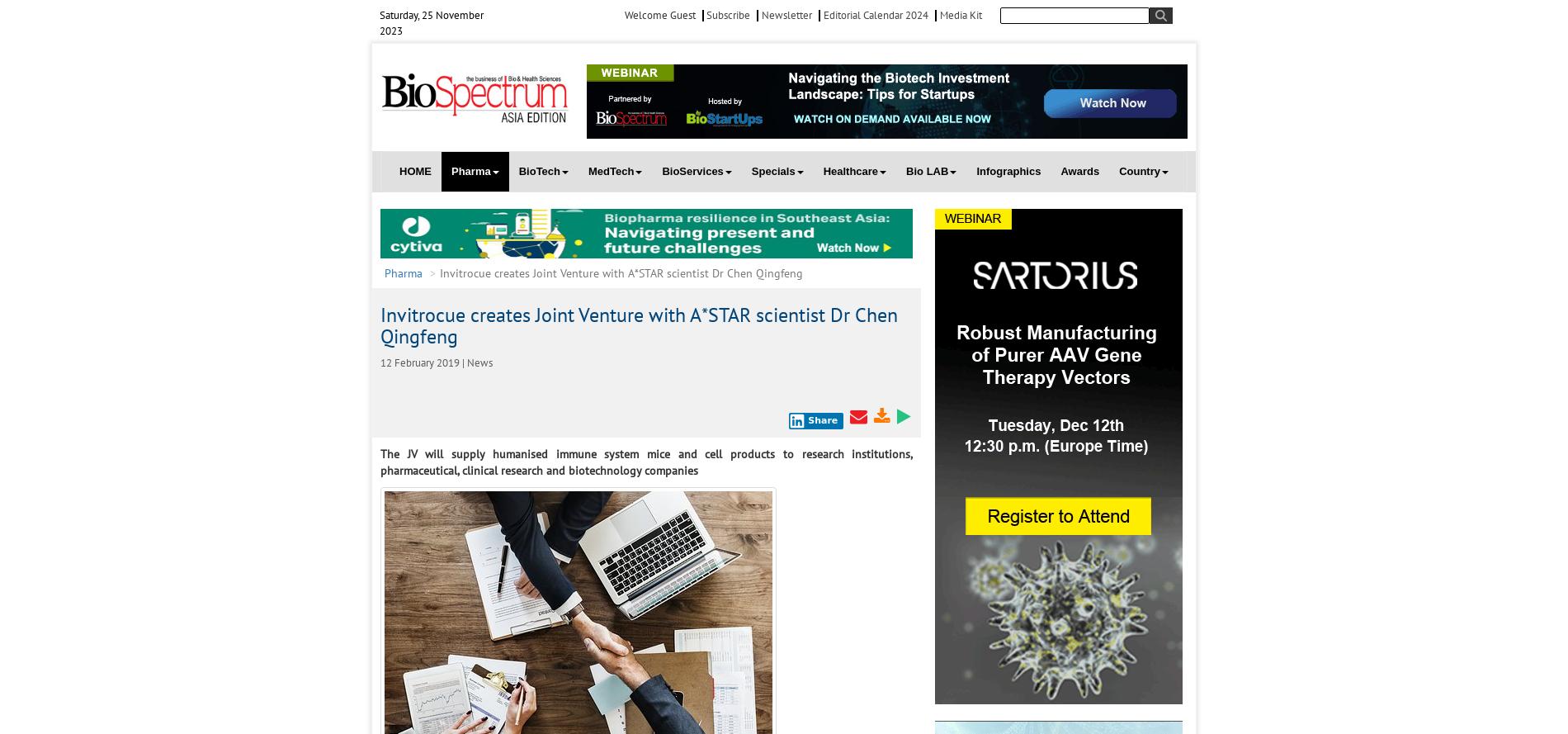 The image size is (1568, 734). Describe the element at coordinates (726, 15) in the screenshot. I see `'Subscribe'` at that location.